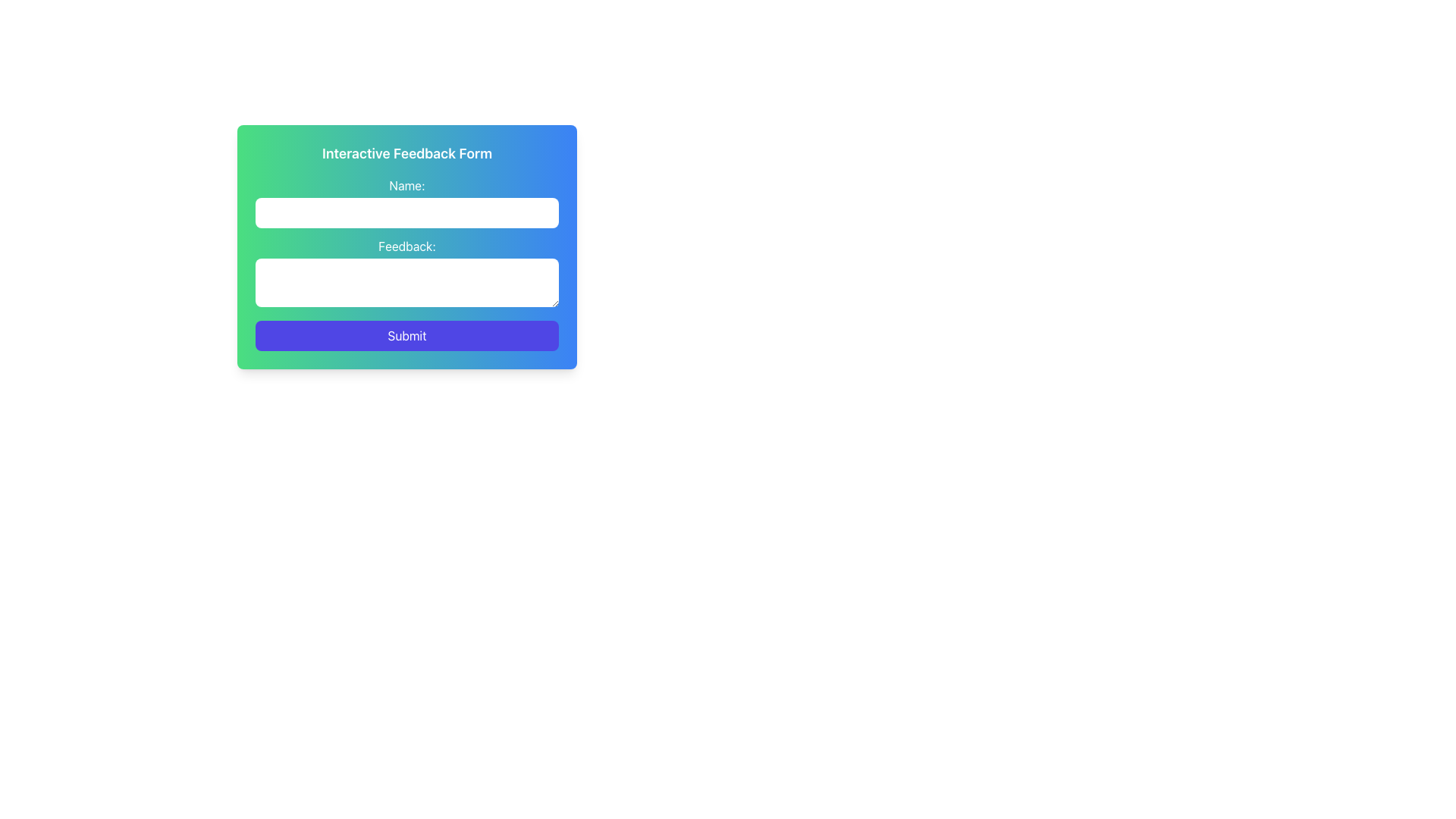 This screenshot has width=1456, height=819. Describe the element at coordinates (407, 335) in the screenshot. I see `the submission button located at the bottom of the form, centered horizontally below the 'Feedback:' input field` at that location.